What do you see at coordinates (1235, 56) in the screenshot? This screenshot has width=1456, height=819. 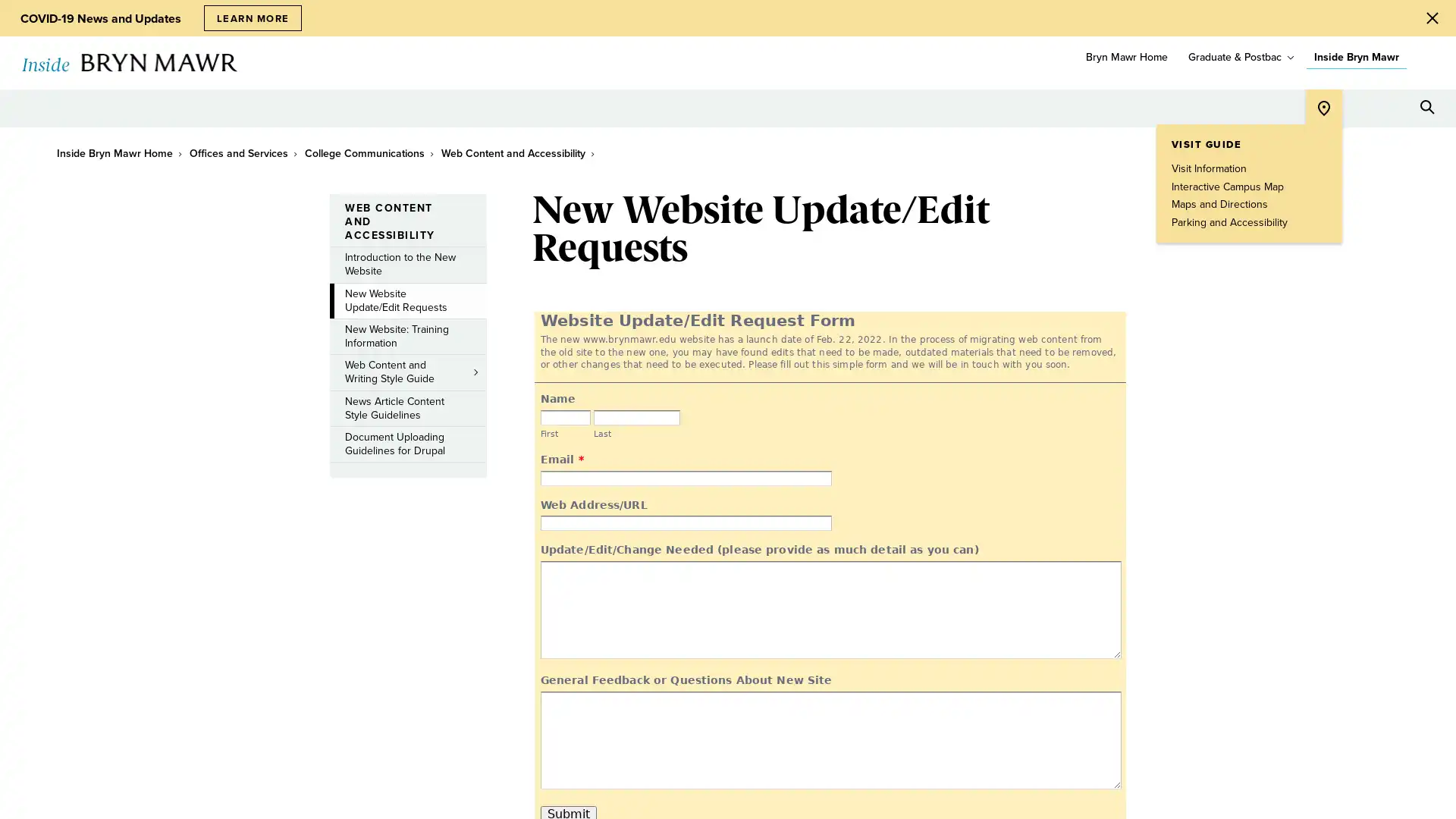 I see `Graduate & Postbac` at bounding box center [1235, 56].